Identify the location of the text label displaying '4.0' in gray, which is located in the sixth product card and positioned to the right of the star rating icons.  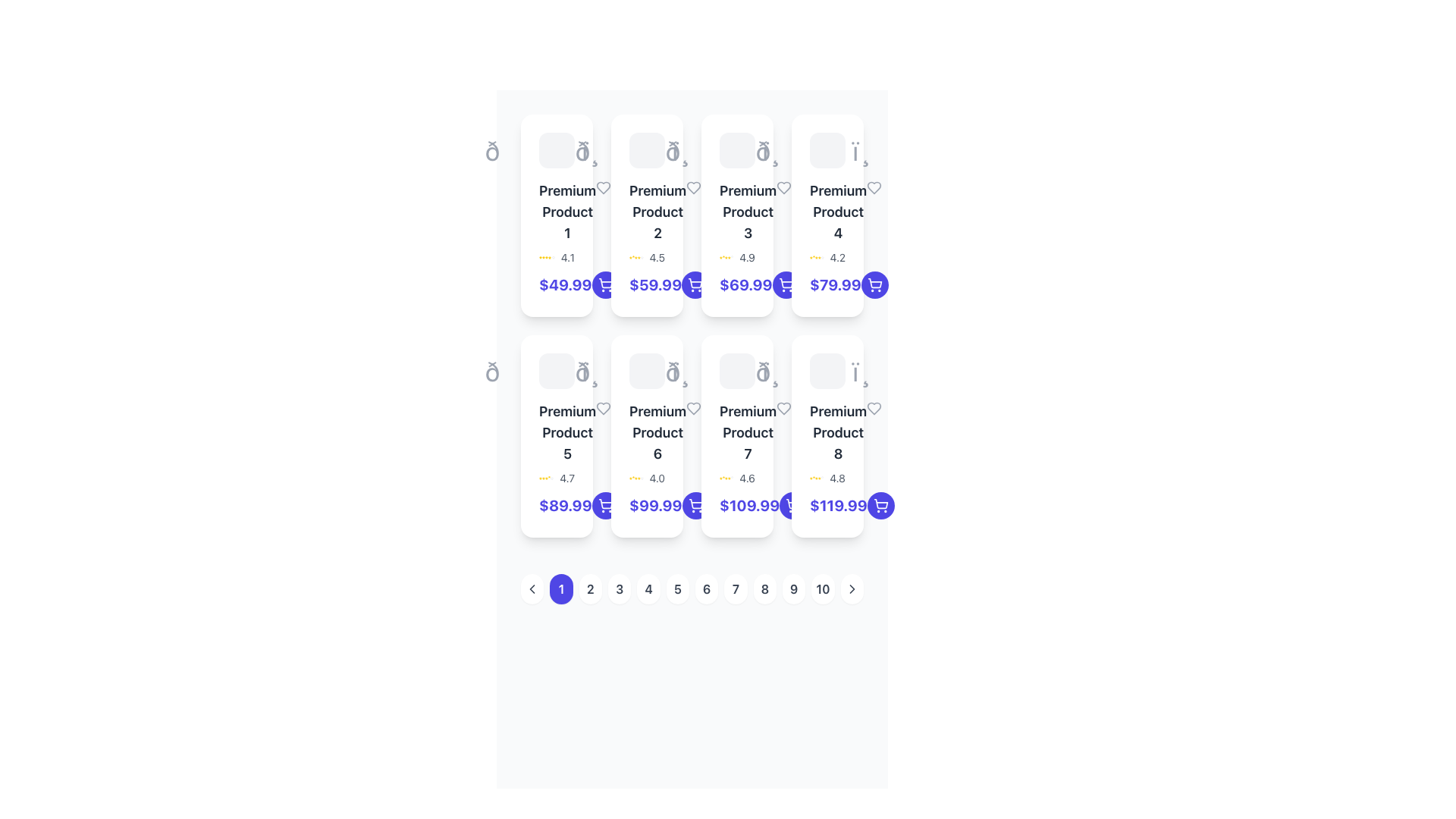
(657, 479).